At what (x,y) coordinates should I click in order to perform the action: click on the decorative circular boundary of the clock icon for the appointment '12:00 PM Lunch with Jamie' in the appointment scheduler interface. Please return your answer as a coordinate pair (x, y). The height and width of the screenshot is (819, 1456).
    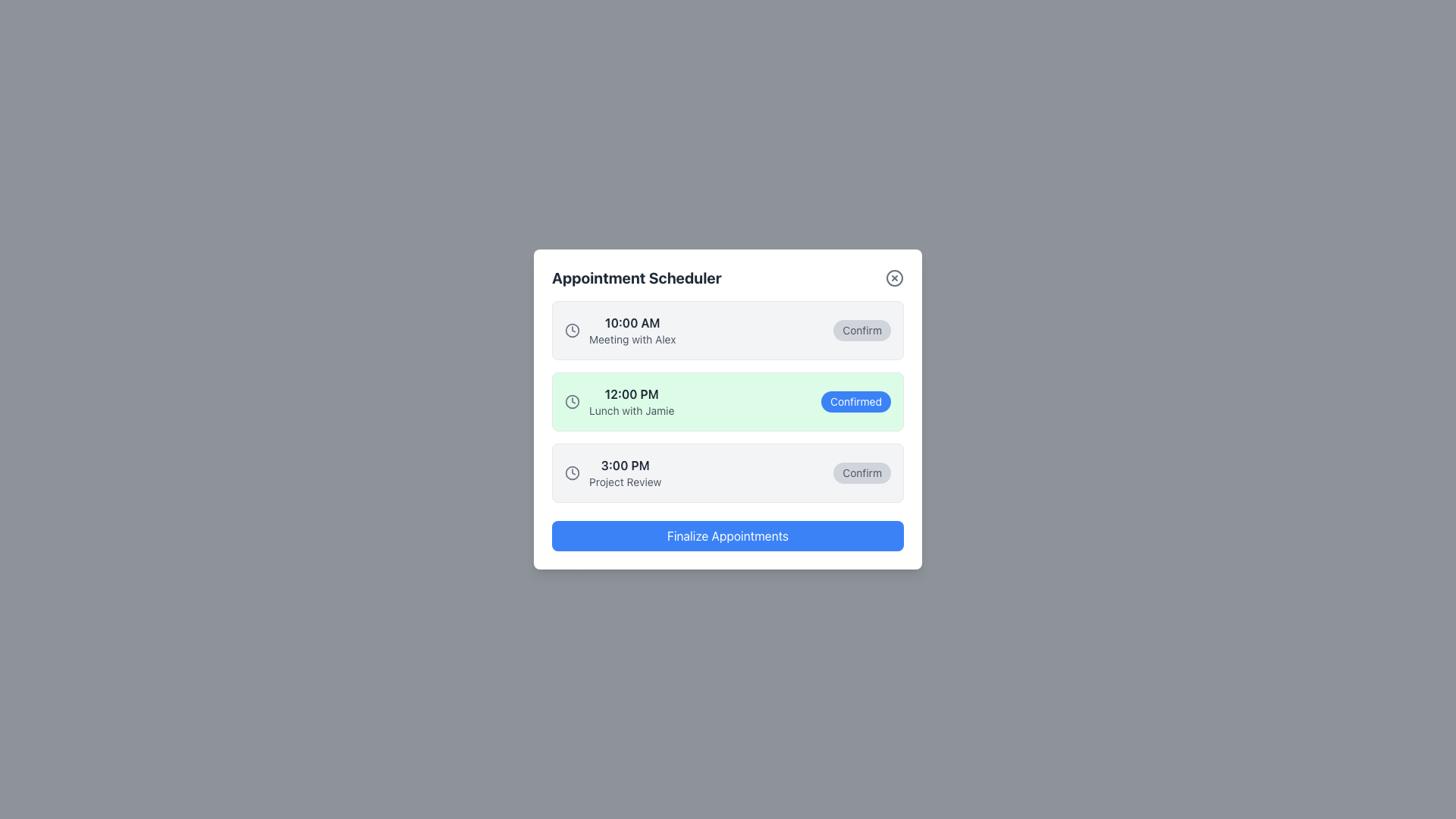
    Looking at the image, I should click on (571, 400).